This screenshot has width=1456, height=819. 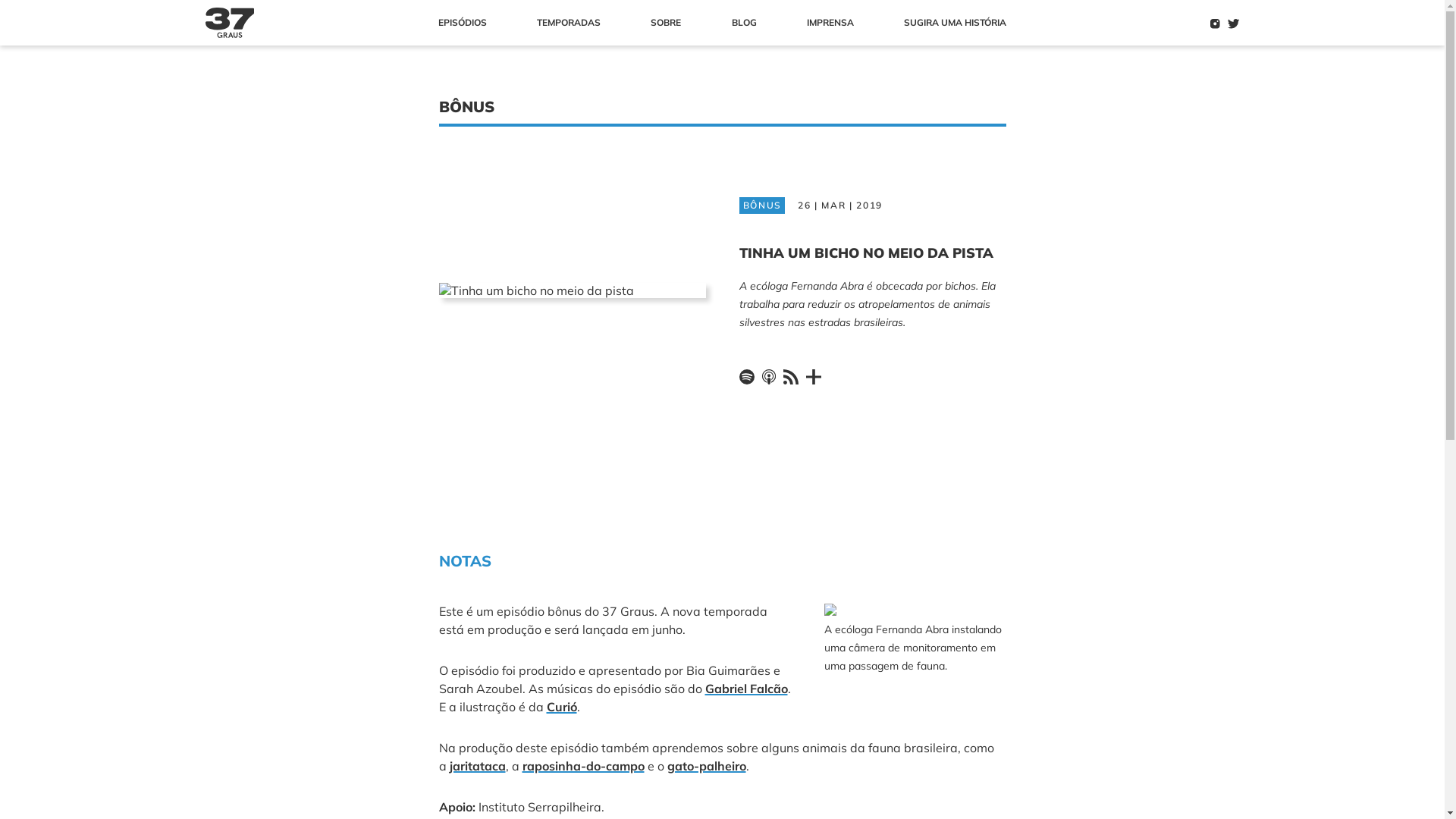 What do you see at coordinates (475, 766) in the screenshot?
I see `'jaritataca'` at bounding box center [475, 766].